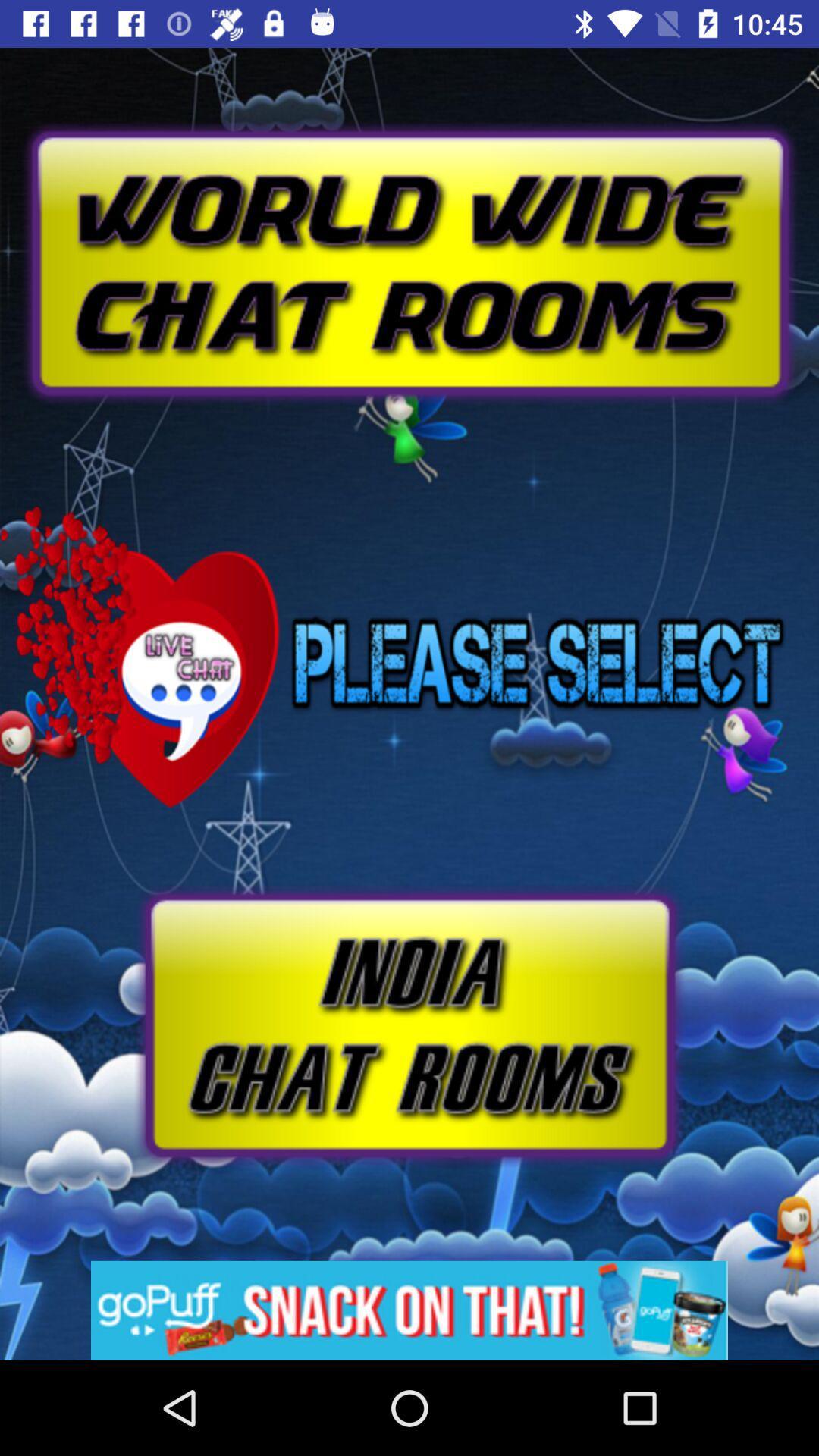 Image resolution: width=819 pixels, height=1456 pixels. What do you see at coordinates (408, 1025) in the screenshot?
I see `india chat rooms` at bounding box center [408, 1025].